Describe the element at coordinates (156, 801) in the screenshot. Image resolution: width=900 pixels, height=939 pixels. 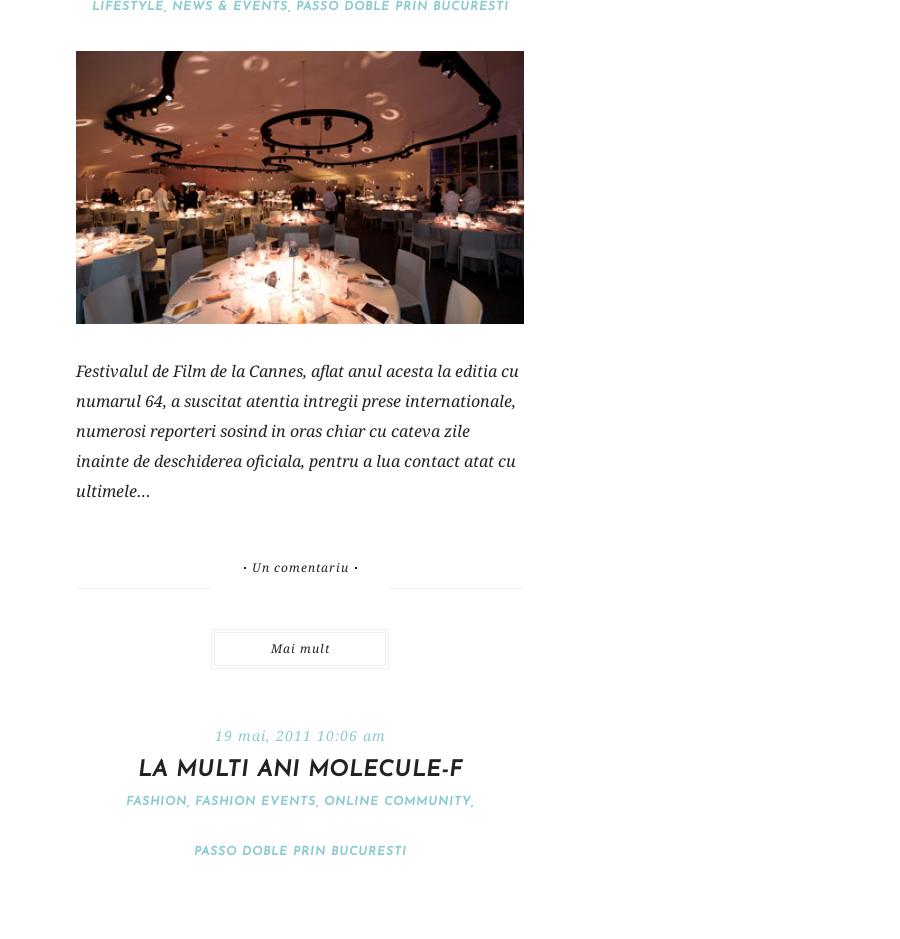
I see `'Fashion'` at that location.